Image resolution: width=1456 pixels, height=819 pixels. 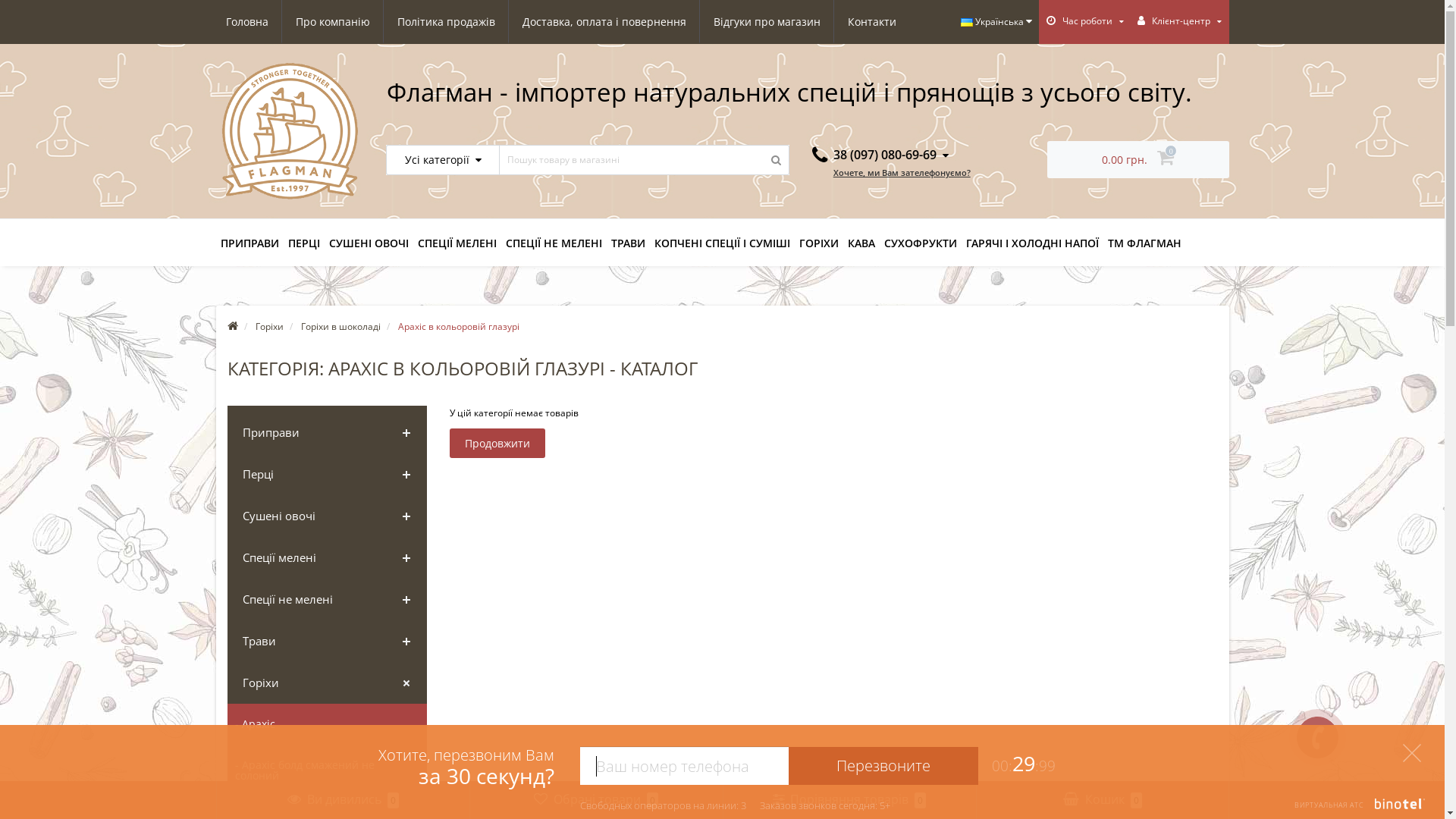 What do you see at coordinates (880, 155) in the screenshot?
I see `'38 (097) 080-69-69'` at bounding box center [880, 155].